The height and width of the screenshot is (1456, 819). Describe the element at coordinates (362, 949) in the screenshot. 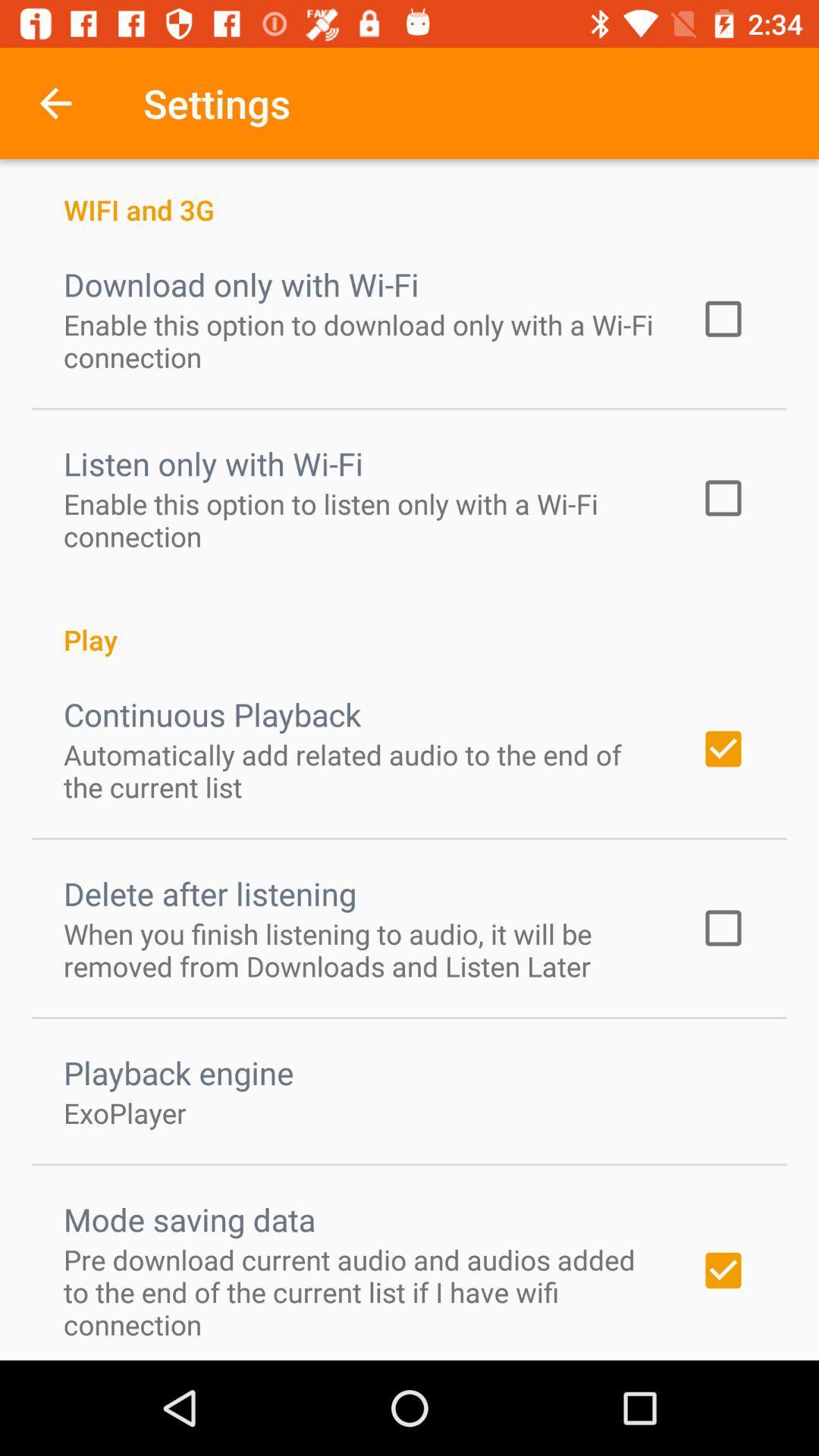

I see `the when you finish` at that location.